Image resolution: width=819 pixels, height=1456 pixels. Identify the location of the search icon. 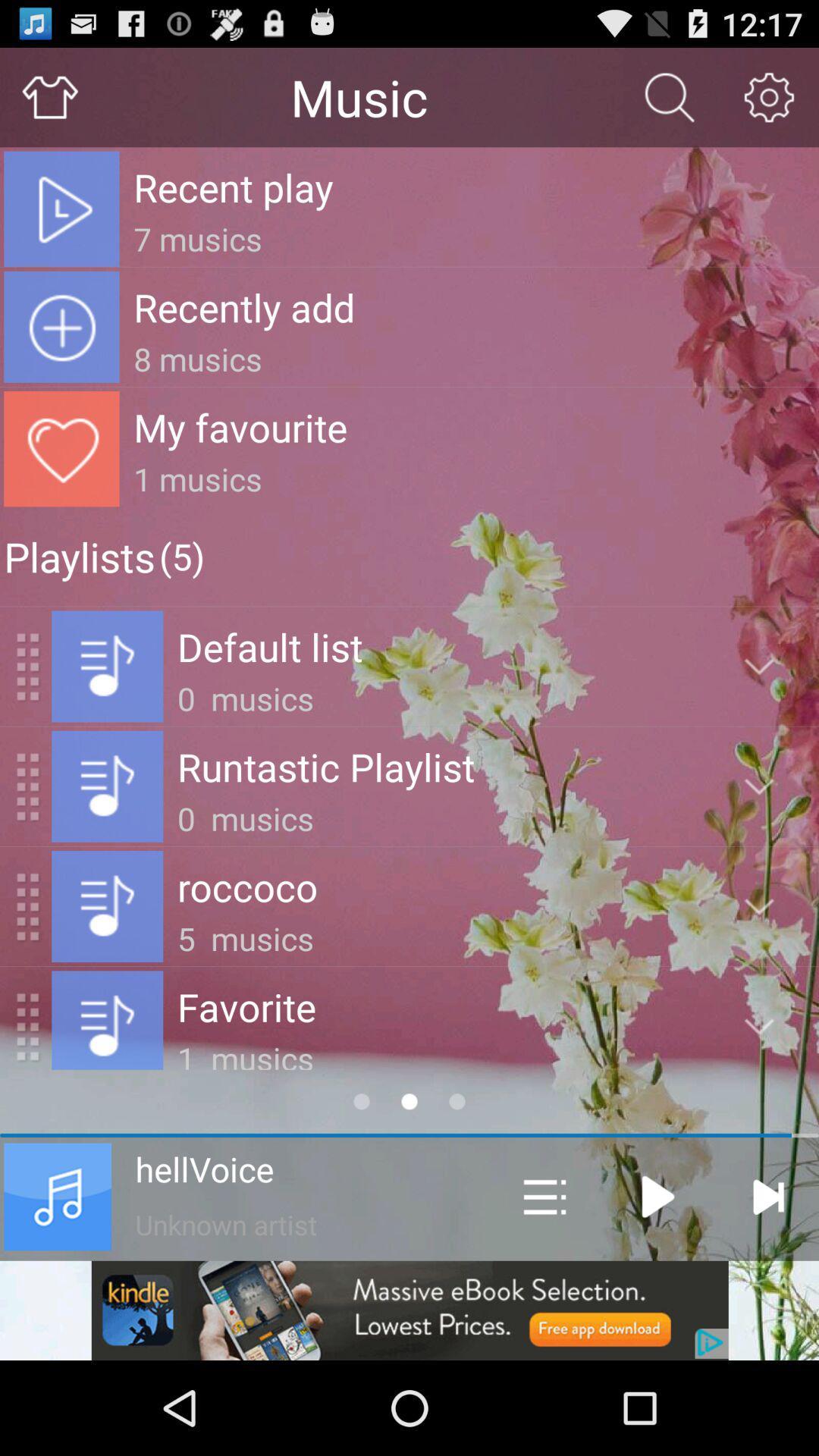
(669, 103).